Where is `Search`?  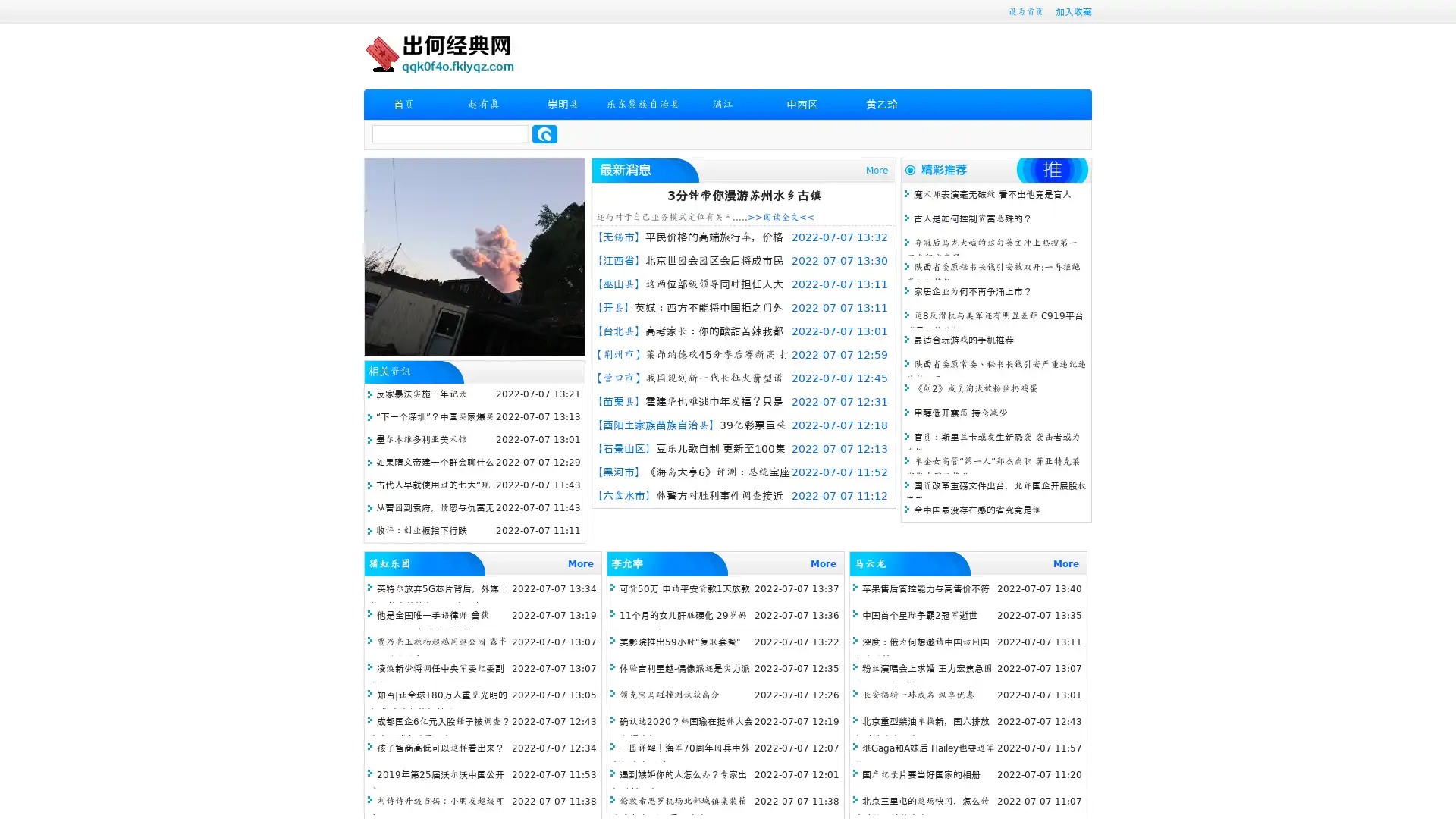
Search is located at coordinates (544, 133).